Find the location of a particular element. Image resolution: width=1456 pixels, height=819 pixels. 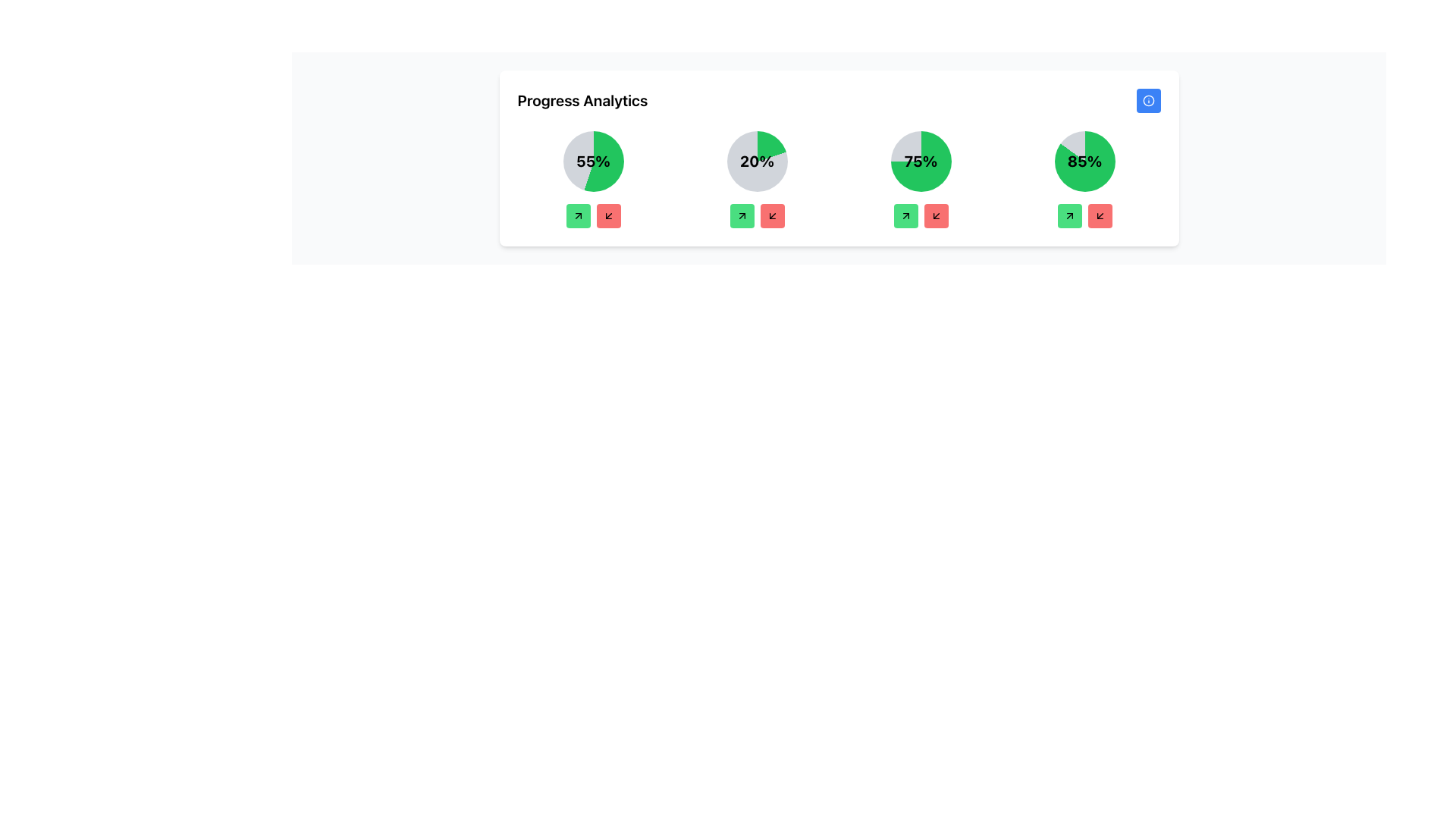

the value displayed in the Circular Progress Indicator that shows 75% completion, positioned in the middle of the interface card, between the 20% and 85% indicators is located at coordinates (920, 161).